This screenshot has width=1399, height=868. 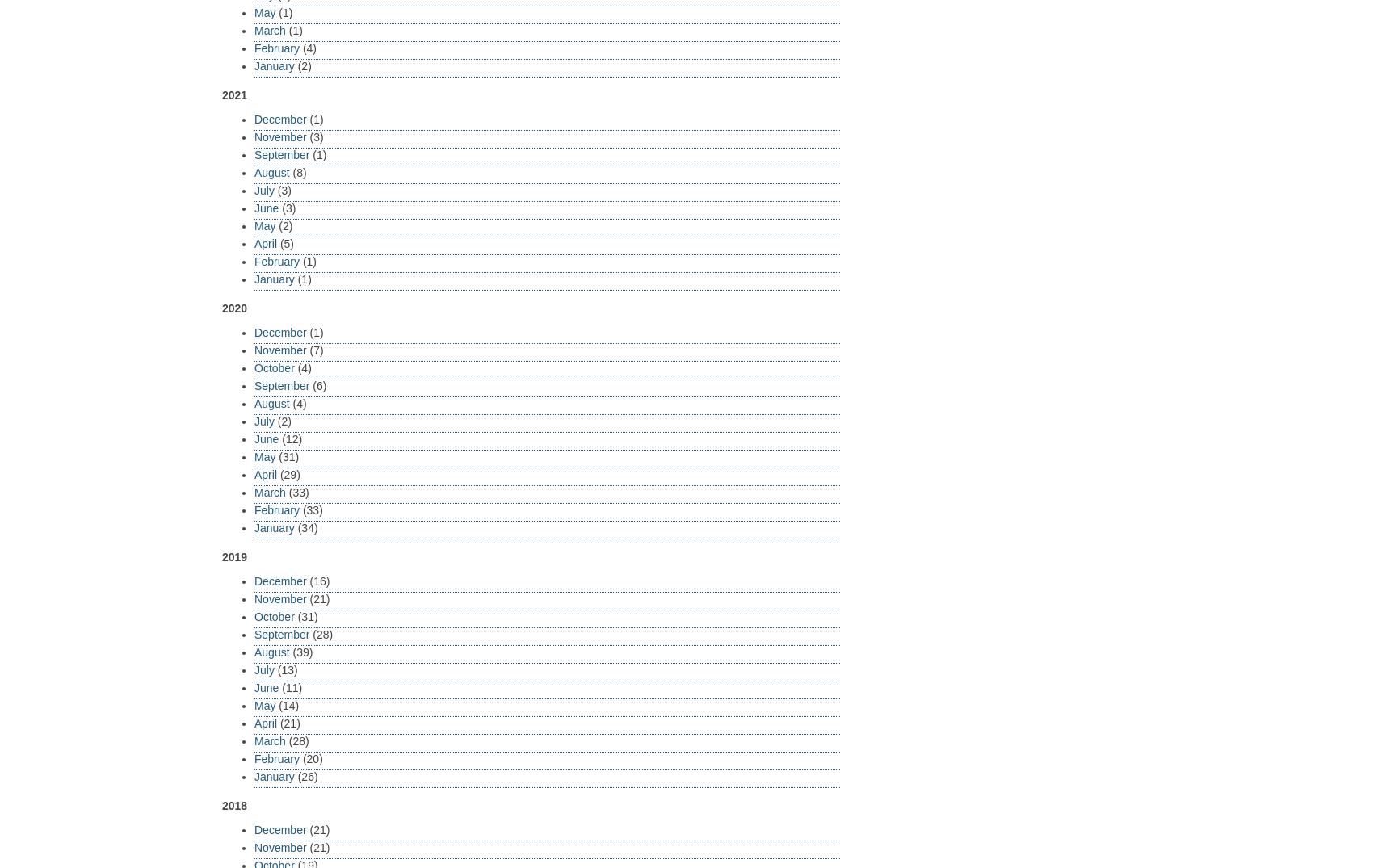 I want to click on '2018', so click(x=233, y=803).